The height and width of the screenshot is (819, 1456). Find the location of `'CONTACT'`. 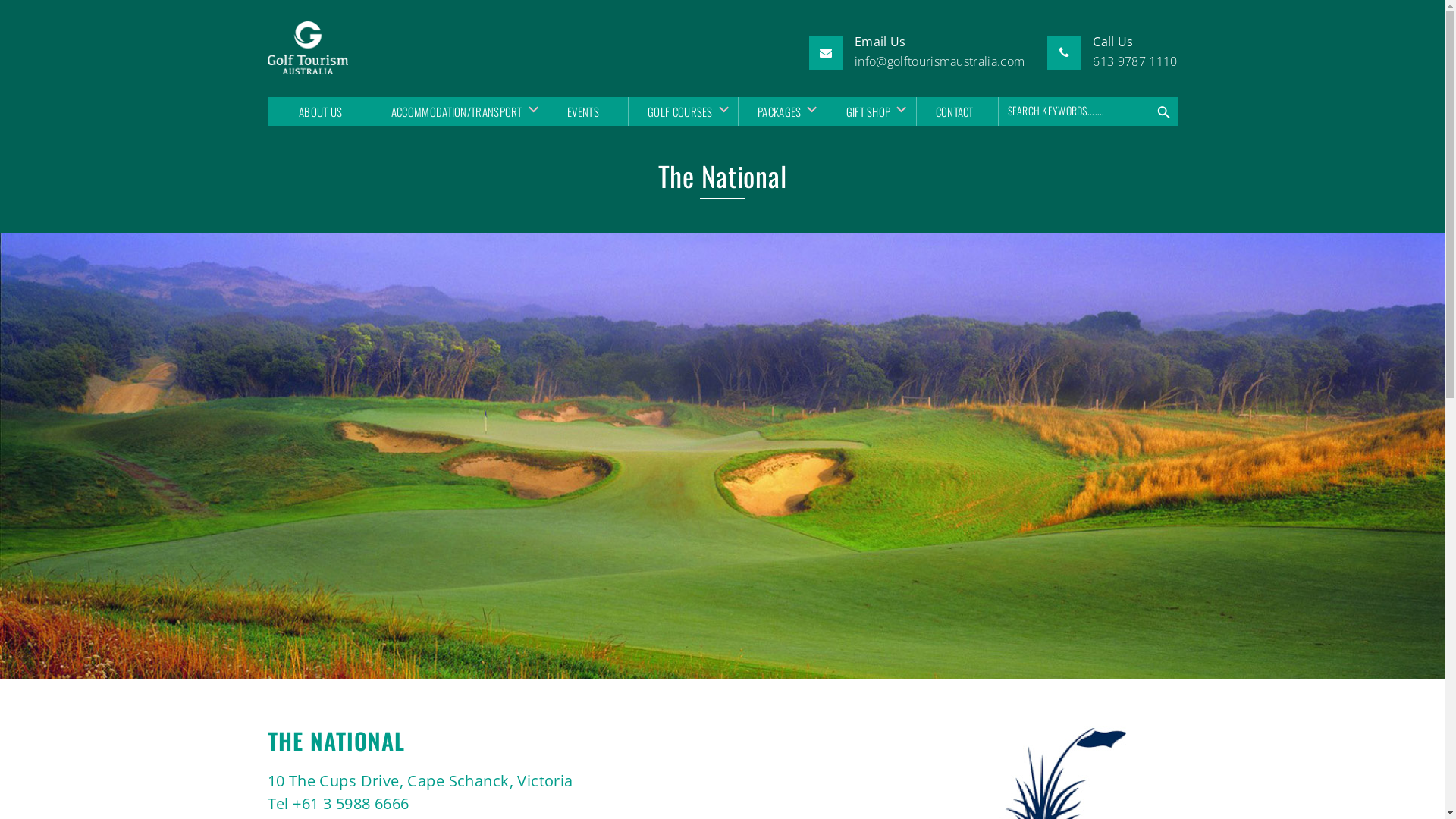

'CONTACT' is located at coordinates (953, 110).